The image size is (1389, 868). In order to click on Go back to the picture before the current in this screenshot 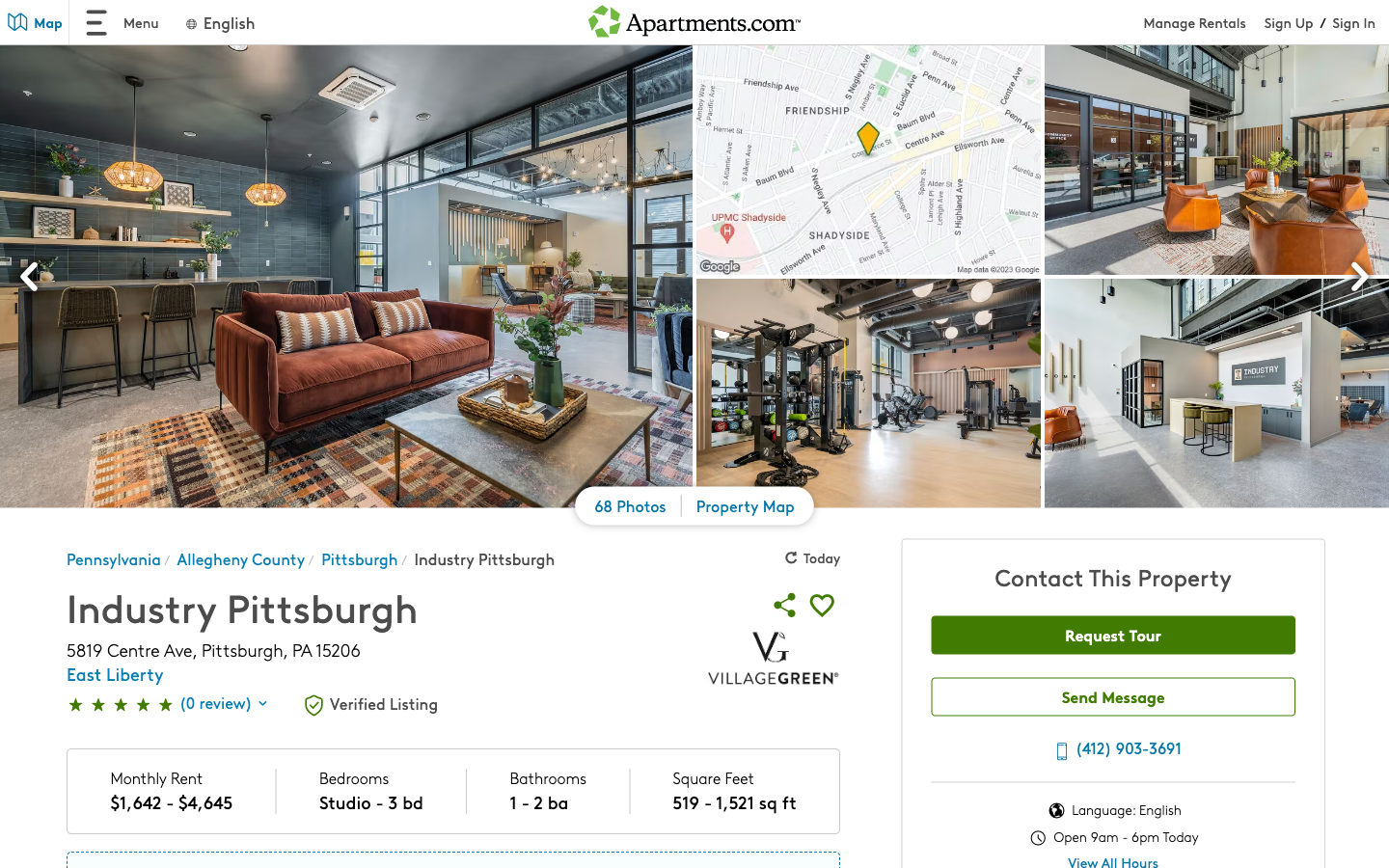, I will do `click(29, 279)`.